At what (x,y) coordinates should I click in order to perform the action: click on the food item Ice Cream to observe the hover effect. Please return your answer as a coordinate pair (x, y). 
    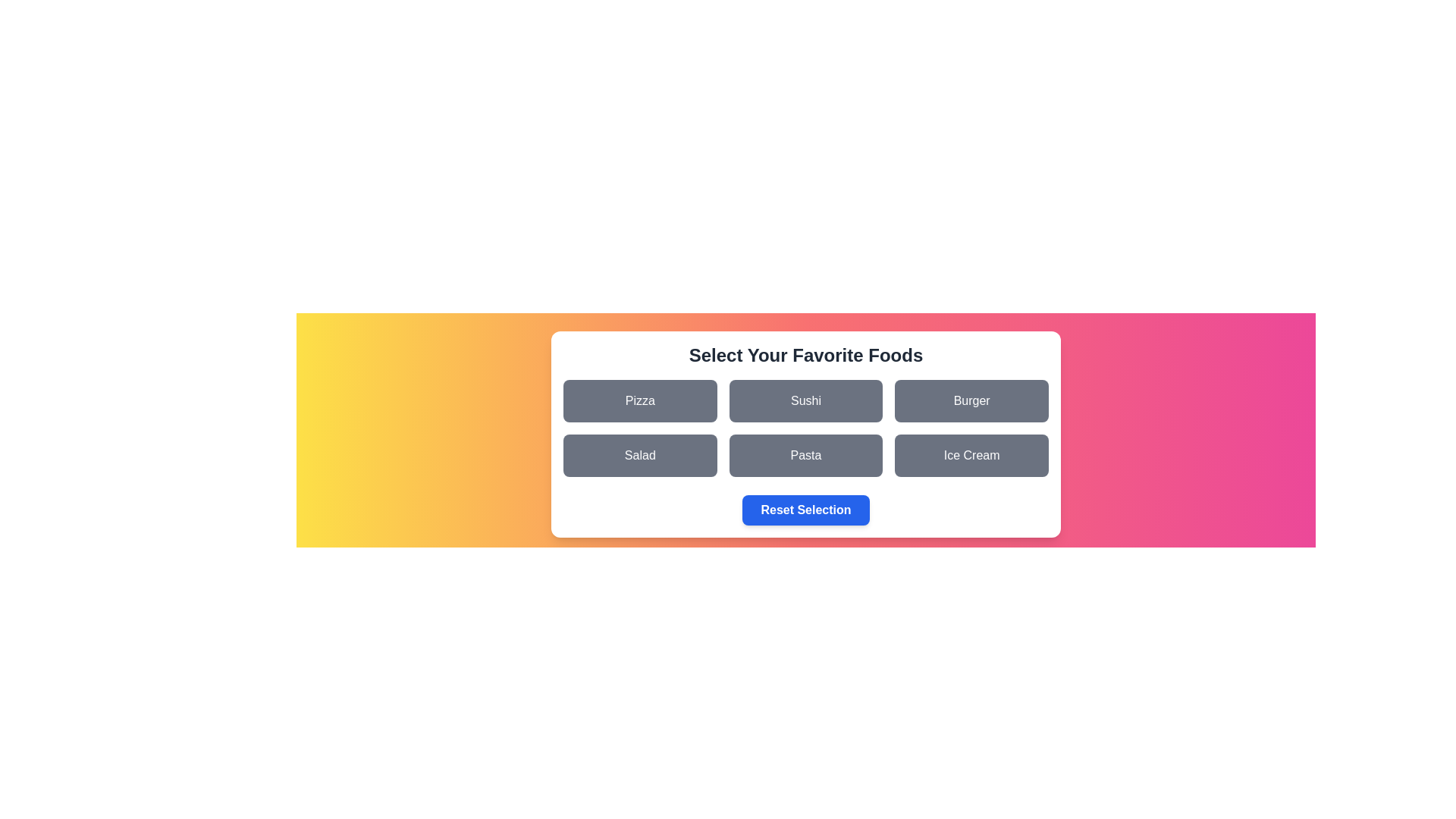
    Looking at the image, I should click on (971, 455).